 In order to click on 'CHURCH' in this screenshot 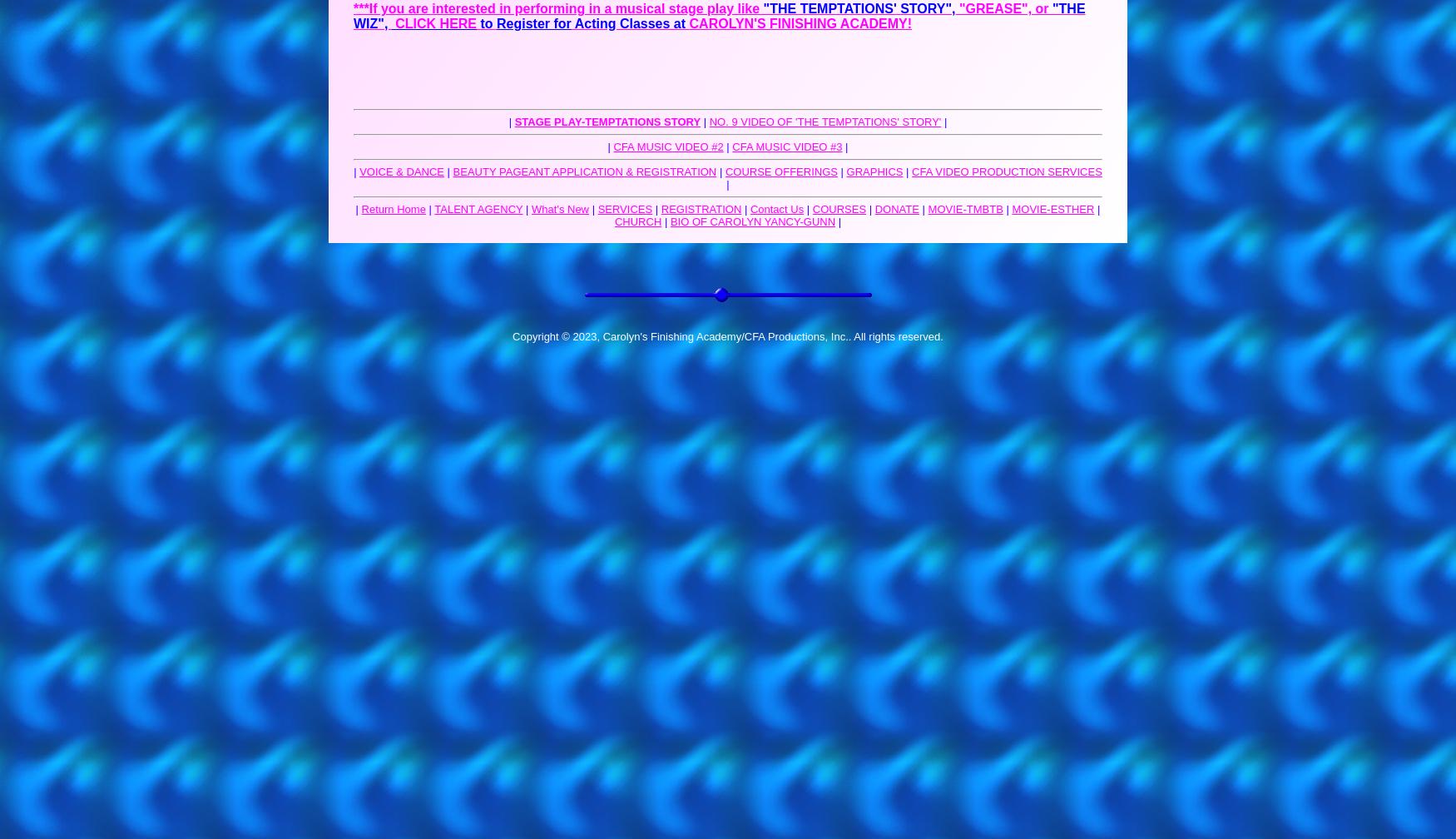, I will do `click(636, 221)`.